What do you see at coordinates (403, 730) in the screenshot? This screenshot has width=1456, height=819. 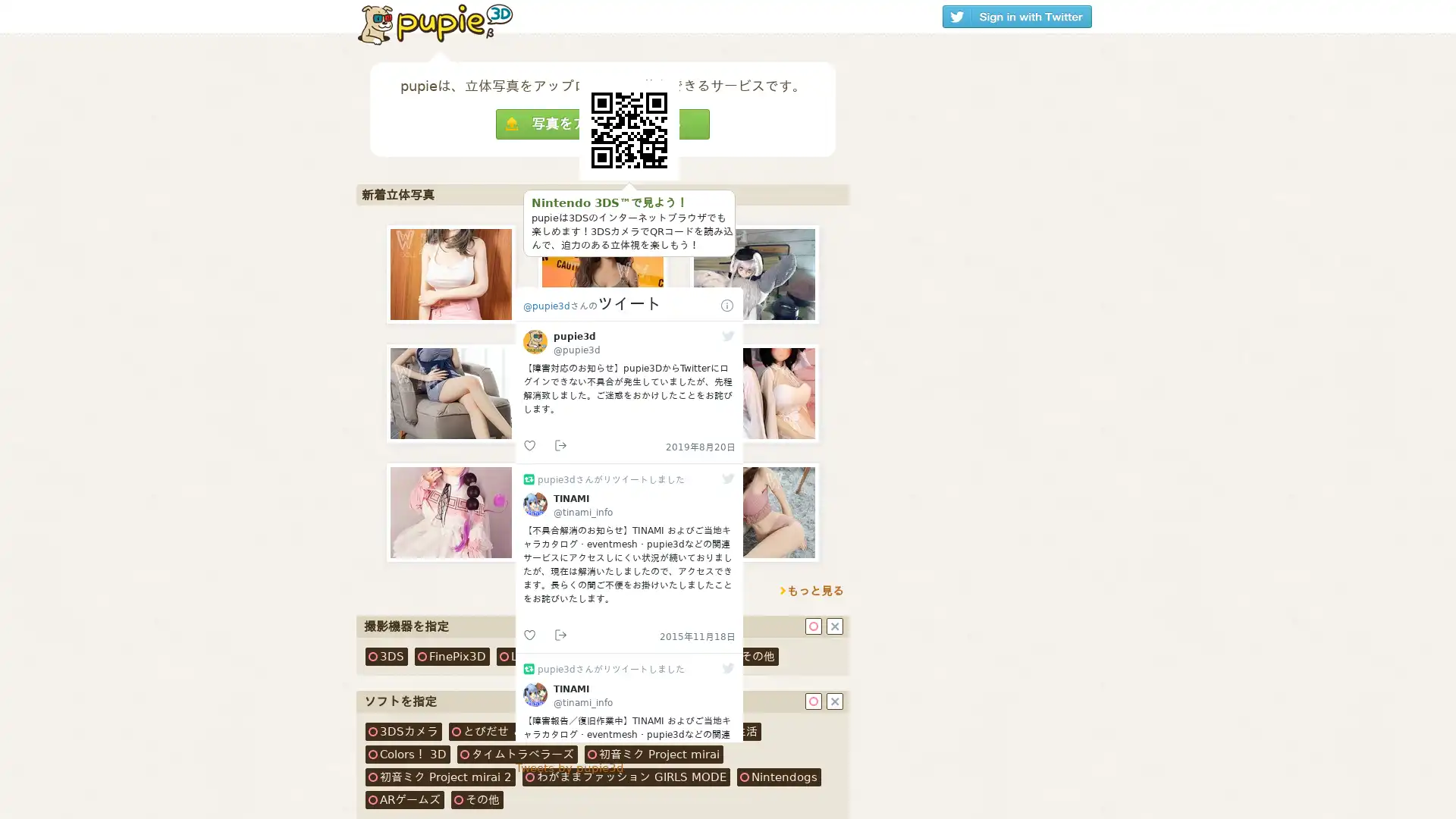 I see `3DS` at bounding box center [403, 730].